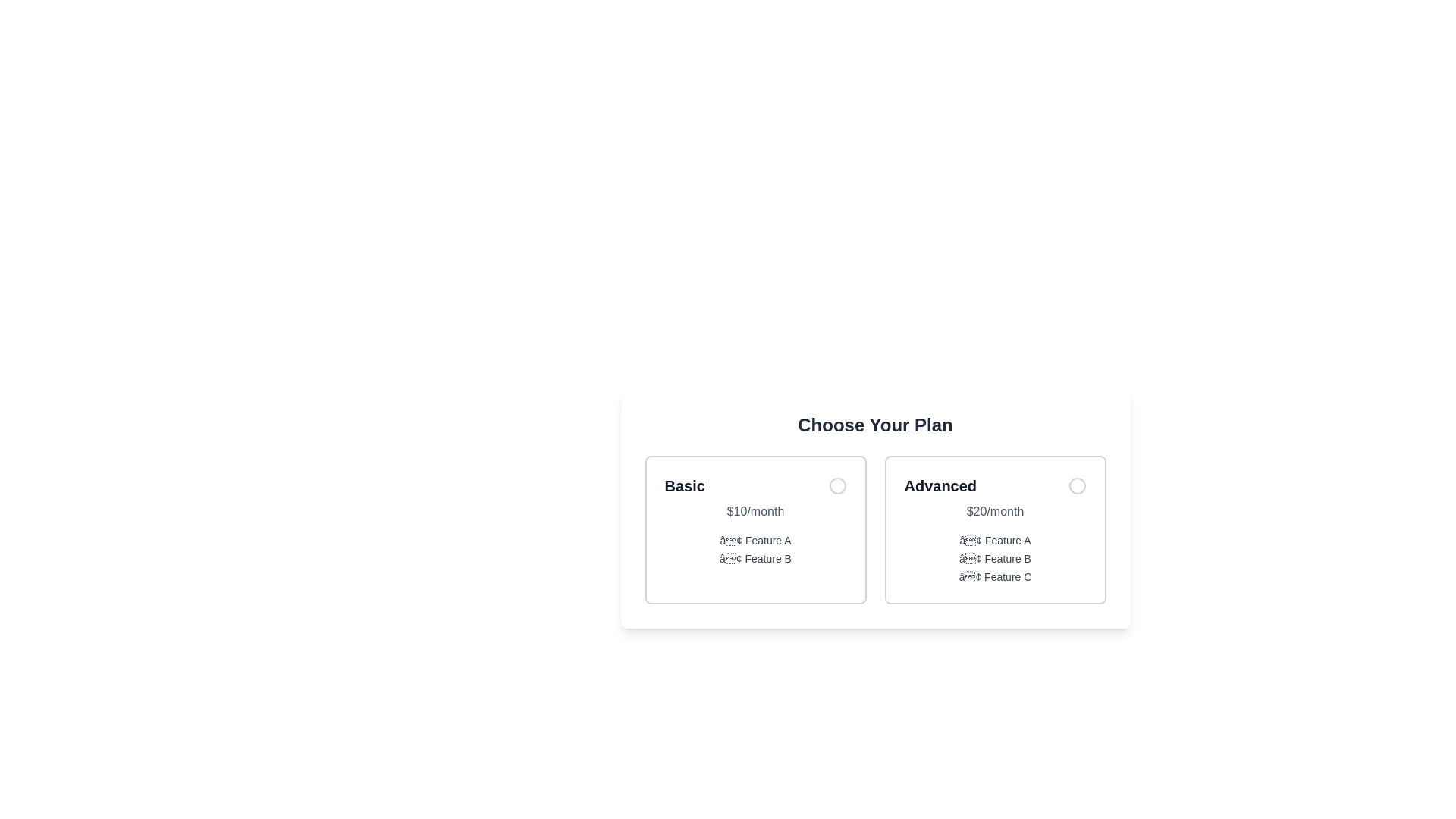  I want to click on the text list that visually lists features or details associated with the 'Advanced' plan, located below the '$20/month' pricing text in the 'Advanced $20/month' card, so click(995, 558).